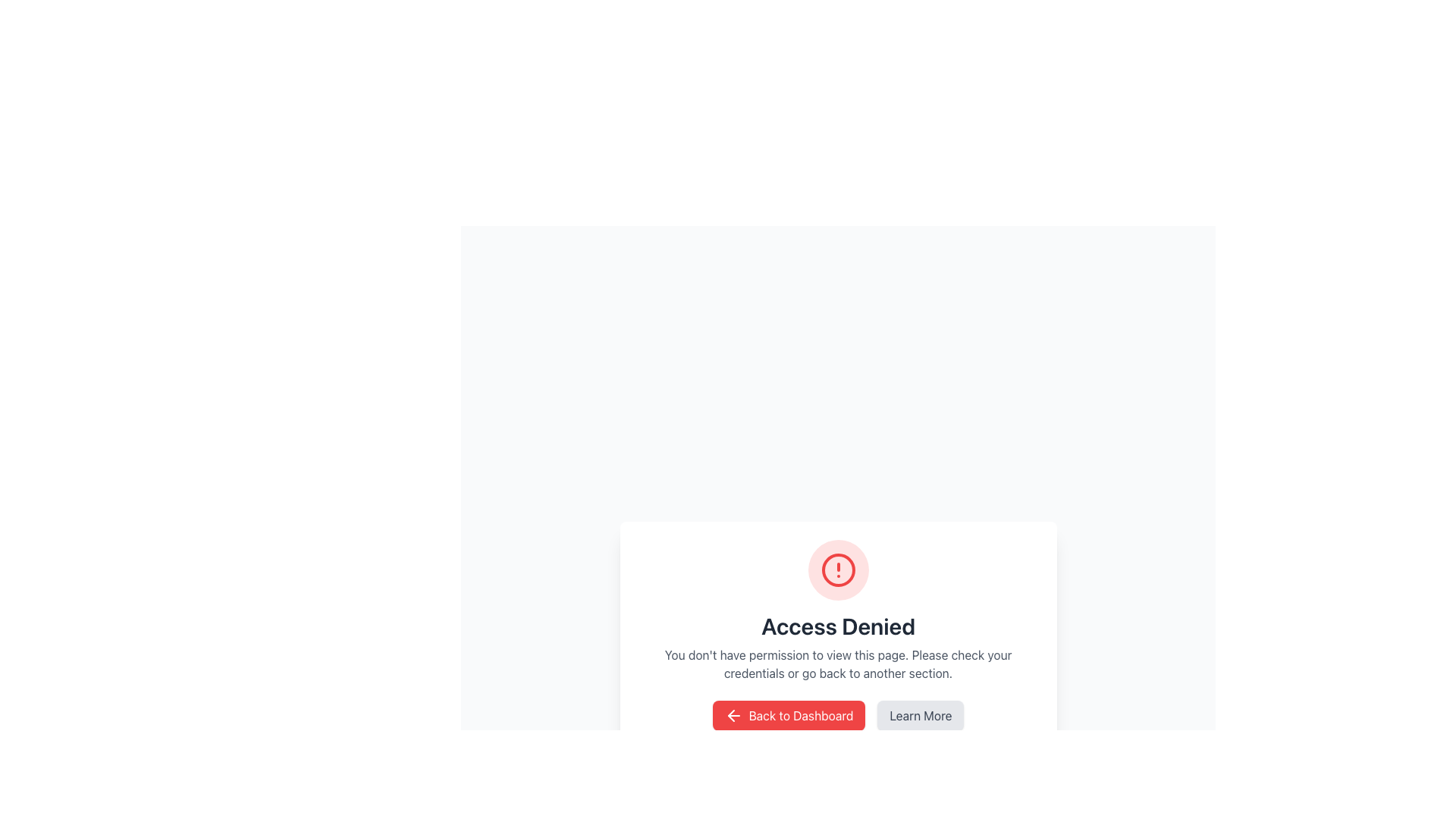  I want to click on the static text element displaying the message: 'You don't have permission, so click(837, 663).